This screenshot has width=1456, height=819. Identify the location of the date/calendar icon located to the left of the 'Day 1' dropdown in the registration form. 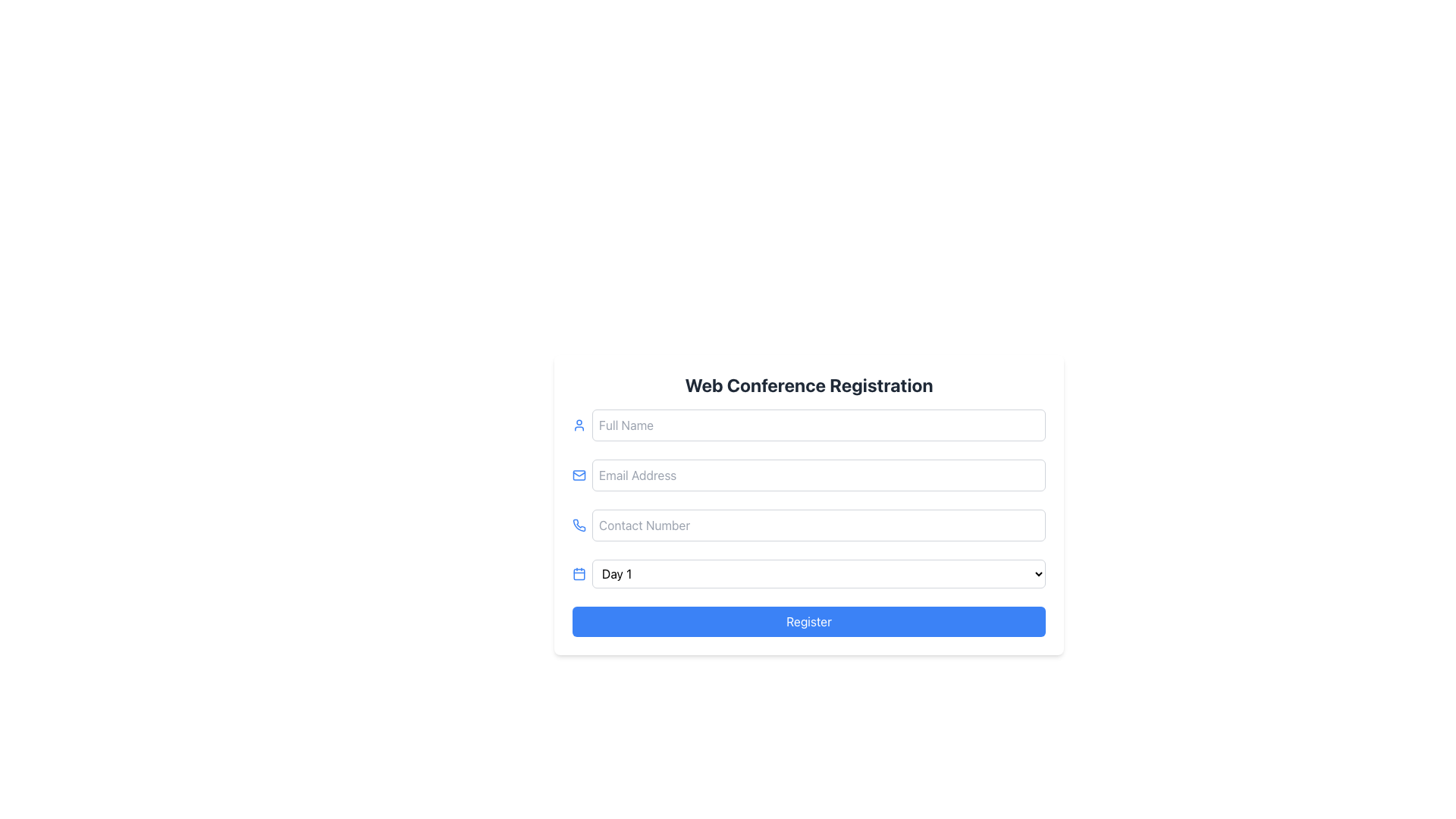
(578, 573).